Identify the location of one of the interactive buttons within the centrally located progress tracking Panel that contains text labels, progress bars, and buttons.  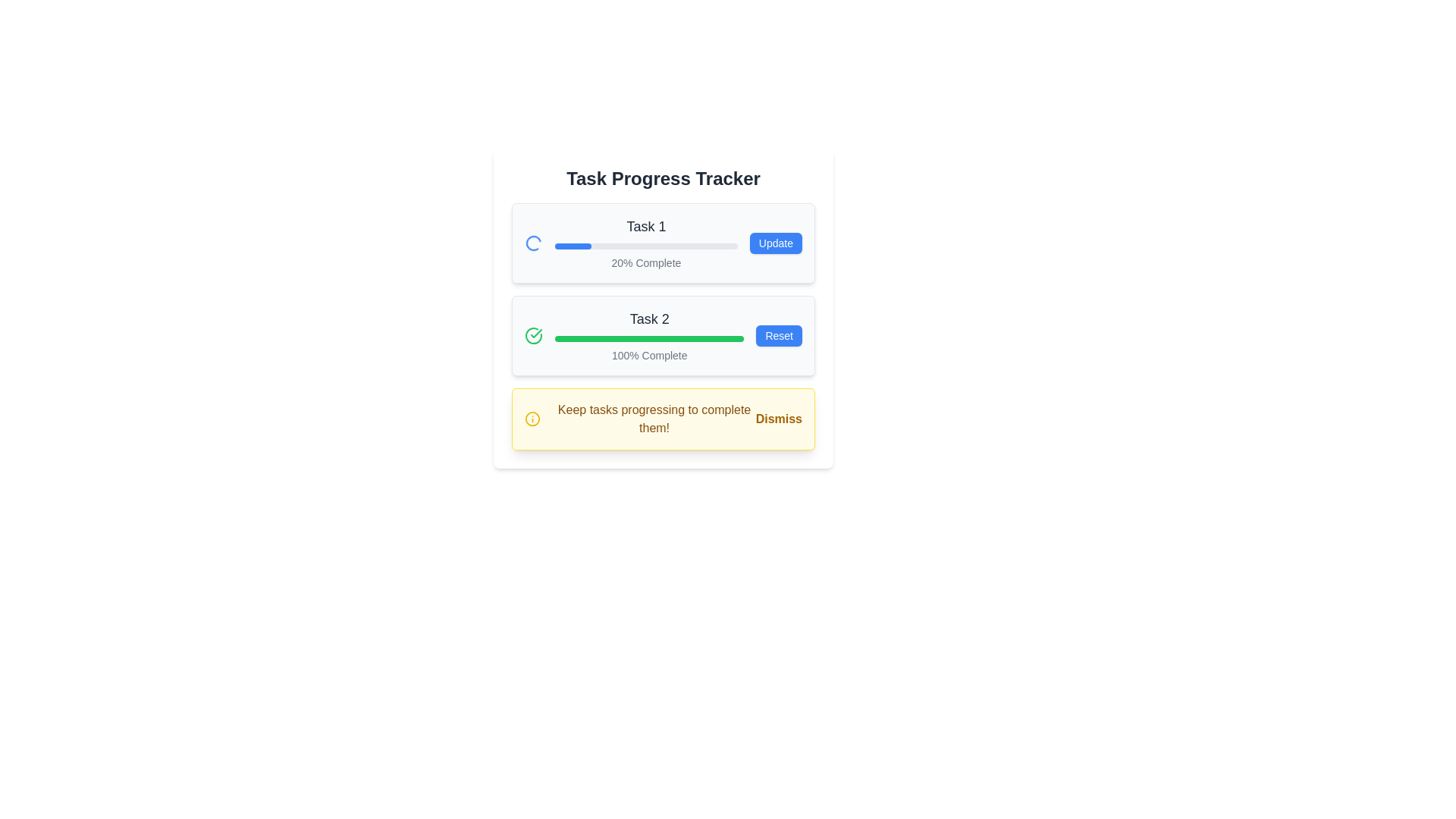
(663, 308).